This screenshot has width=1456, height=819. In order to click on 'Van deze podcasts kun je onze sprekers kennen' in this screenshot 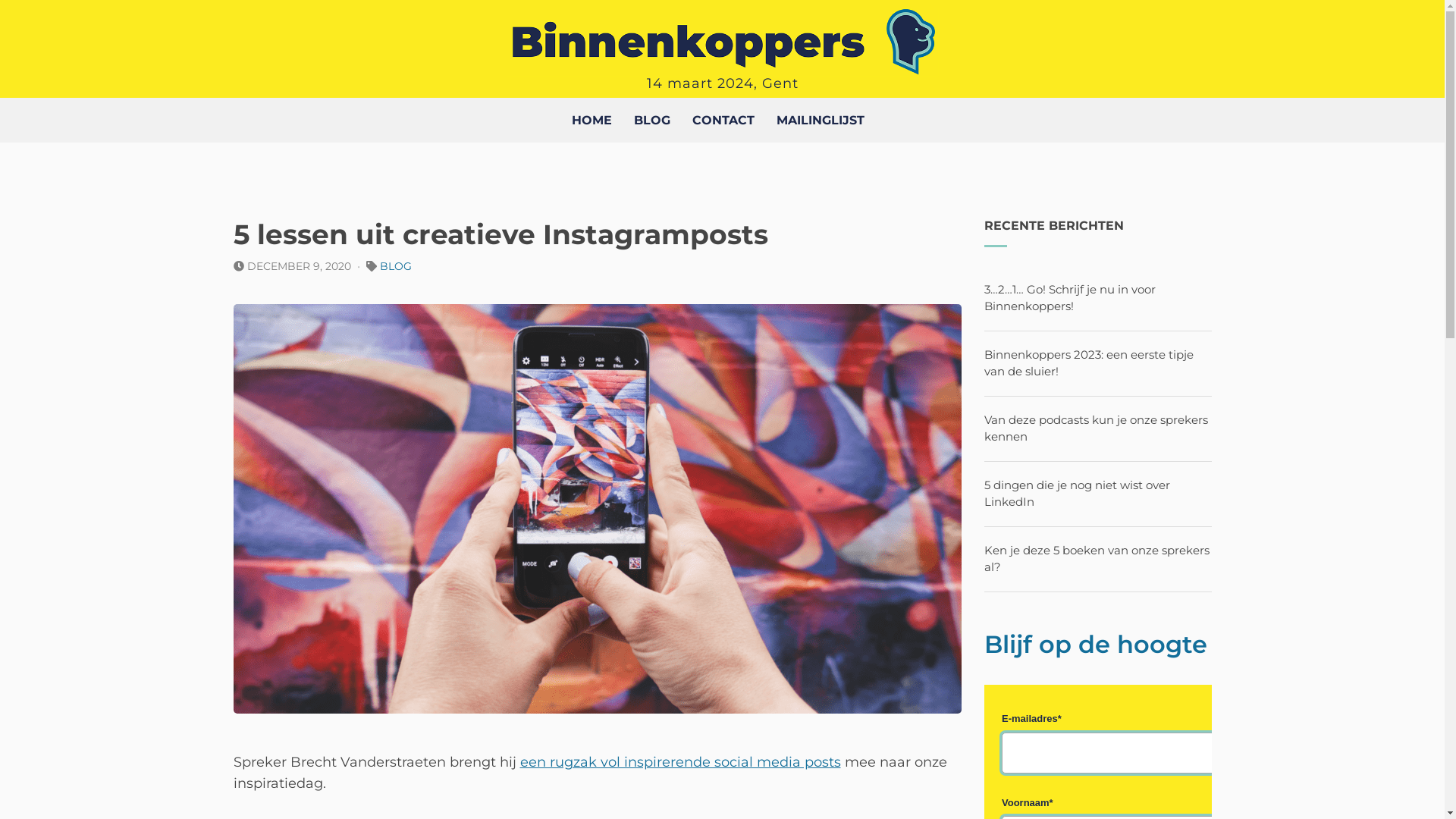, I will do `click(1096, 428)`.